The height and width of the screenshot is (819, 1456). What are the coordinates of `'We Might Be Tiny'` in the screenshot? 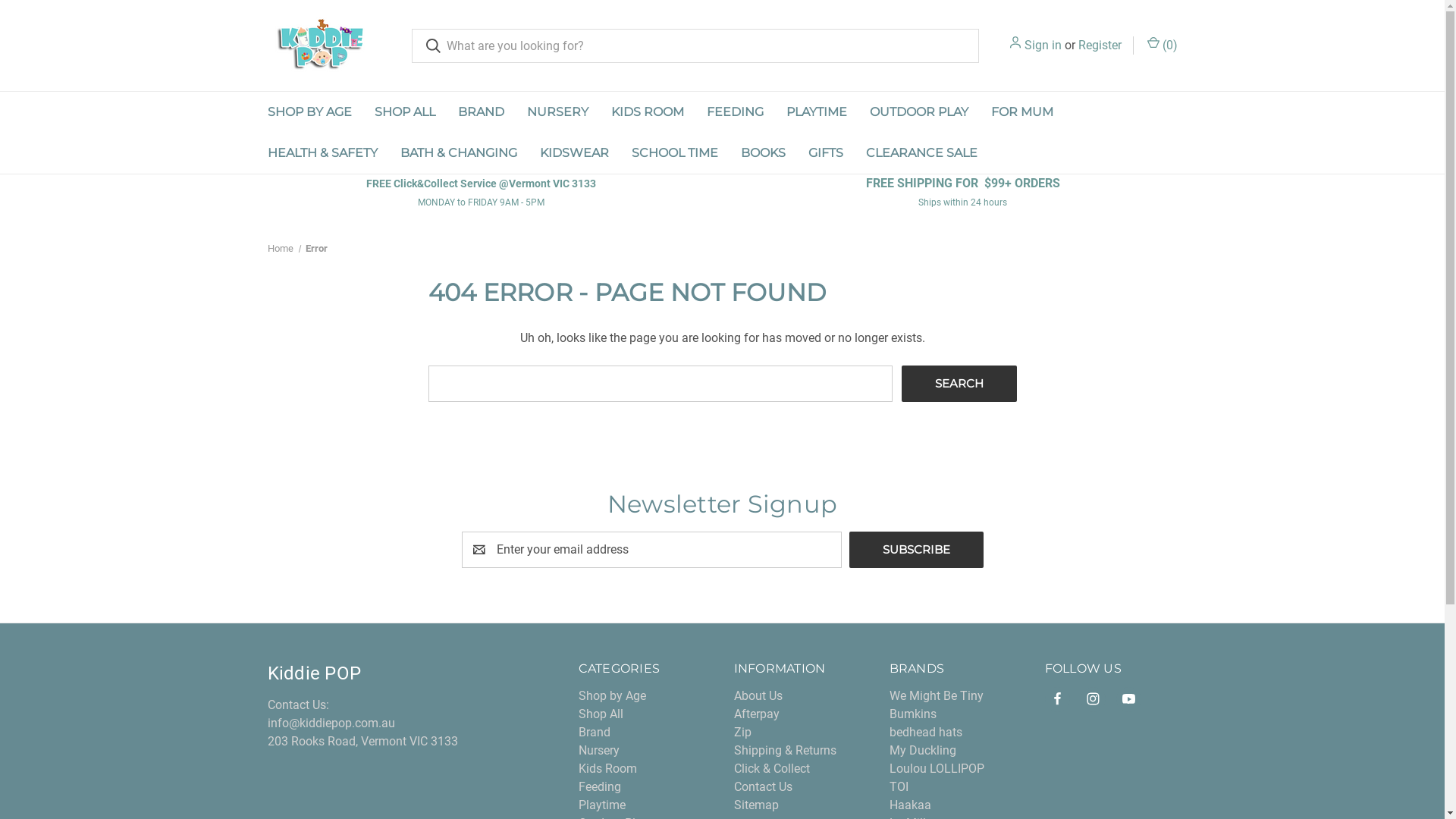 It's located at (935, 695).